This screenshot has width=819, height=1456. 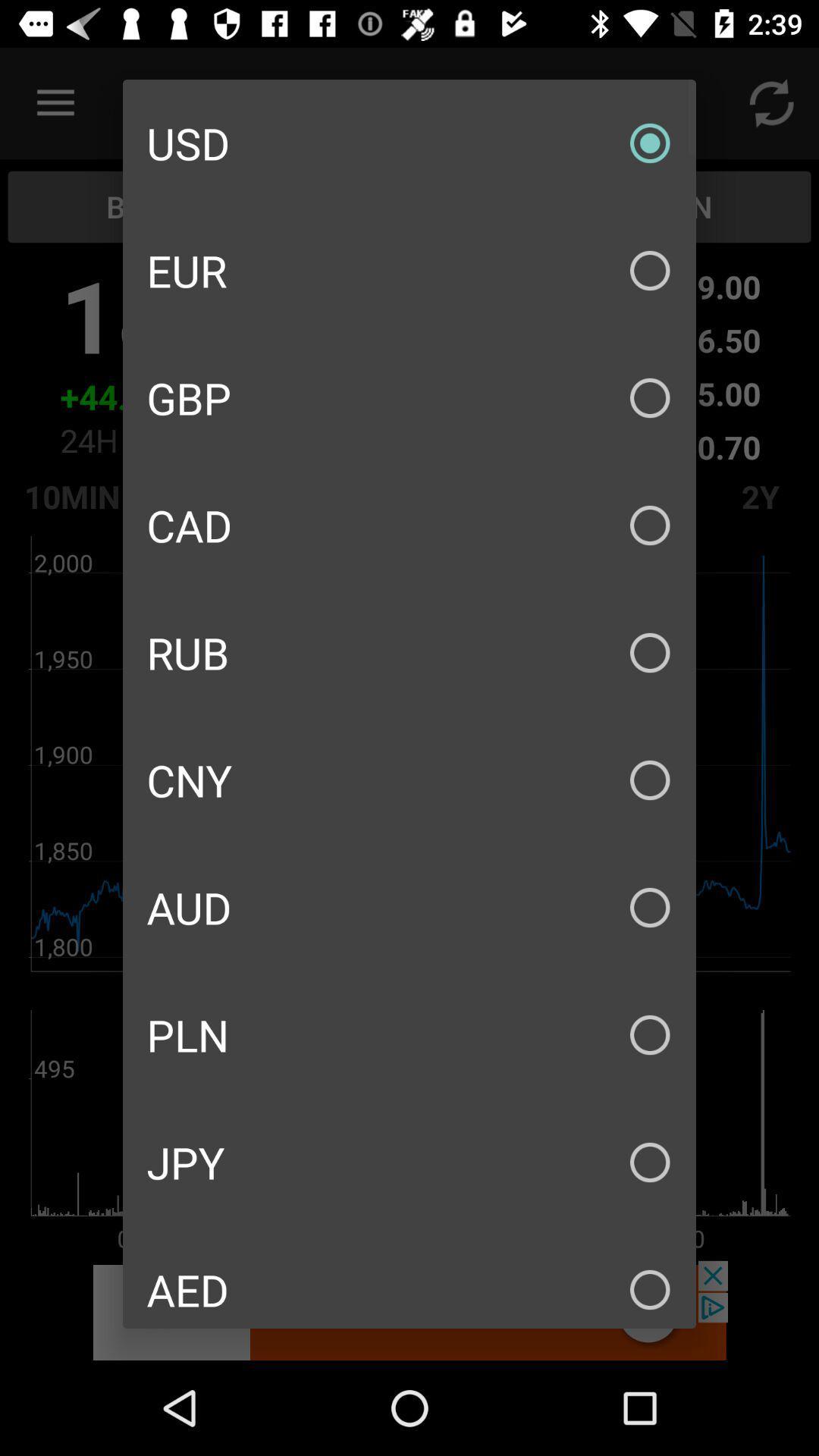 What do you see at coordinates (409, 652) in the screenshot?
I see `the rub item` at bounding box center [409, 652].